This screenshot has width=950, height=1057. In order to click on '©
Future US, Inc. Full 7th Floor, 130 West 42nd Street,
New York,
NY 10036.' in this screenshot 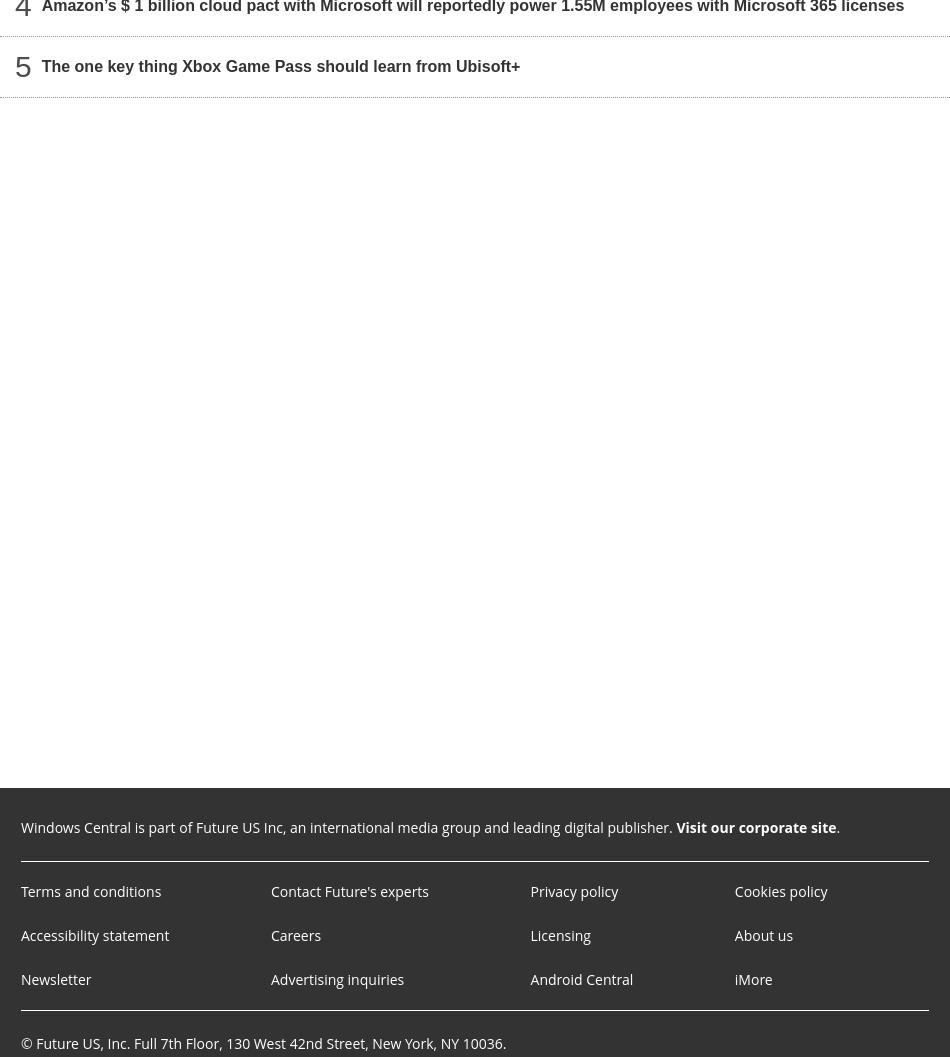, I will do `click(262, 1042)`.